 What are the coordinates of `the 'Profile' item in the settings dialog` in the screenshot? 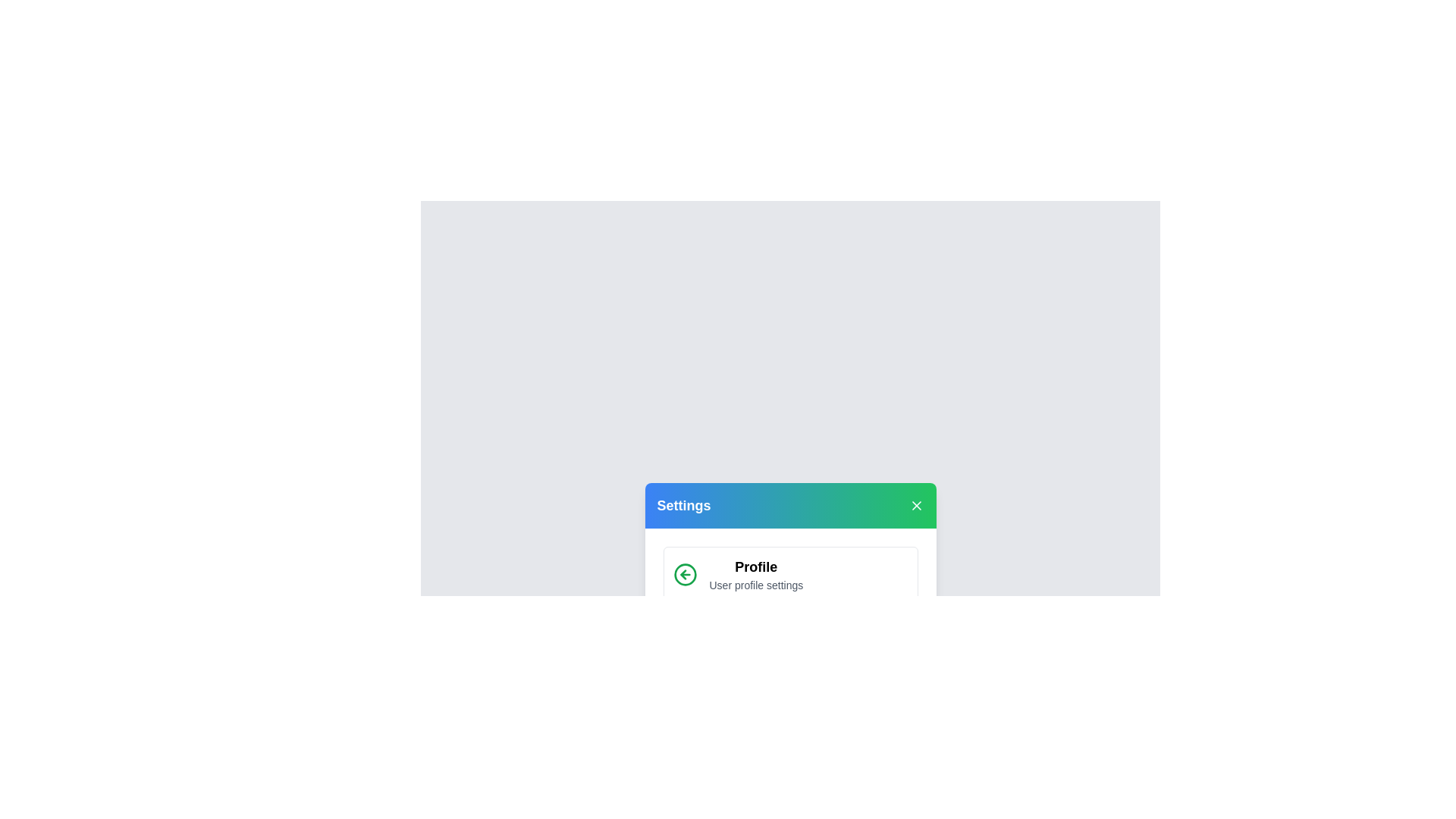 It's located at (756, 567).